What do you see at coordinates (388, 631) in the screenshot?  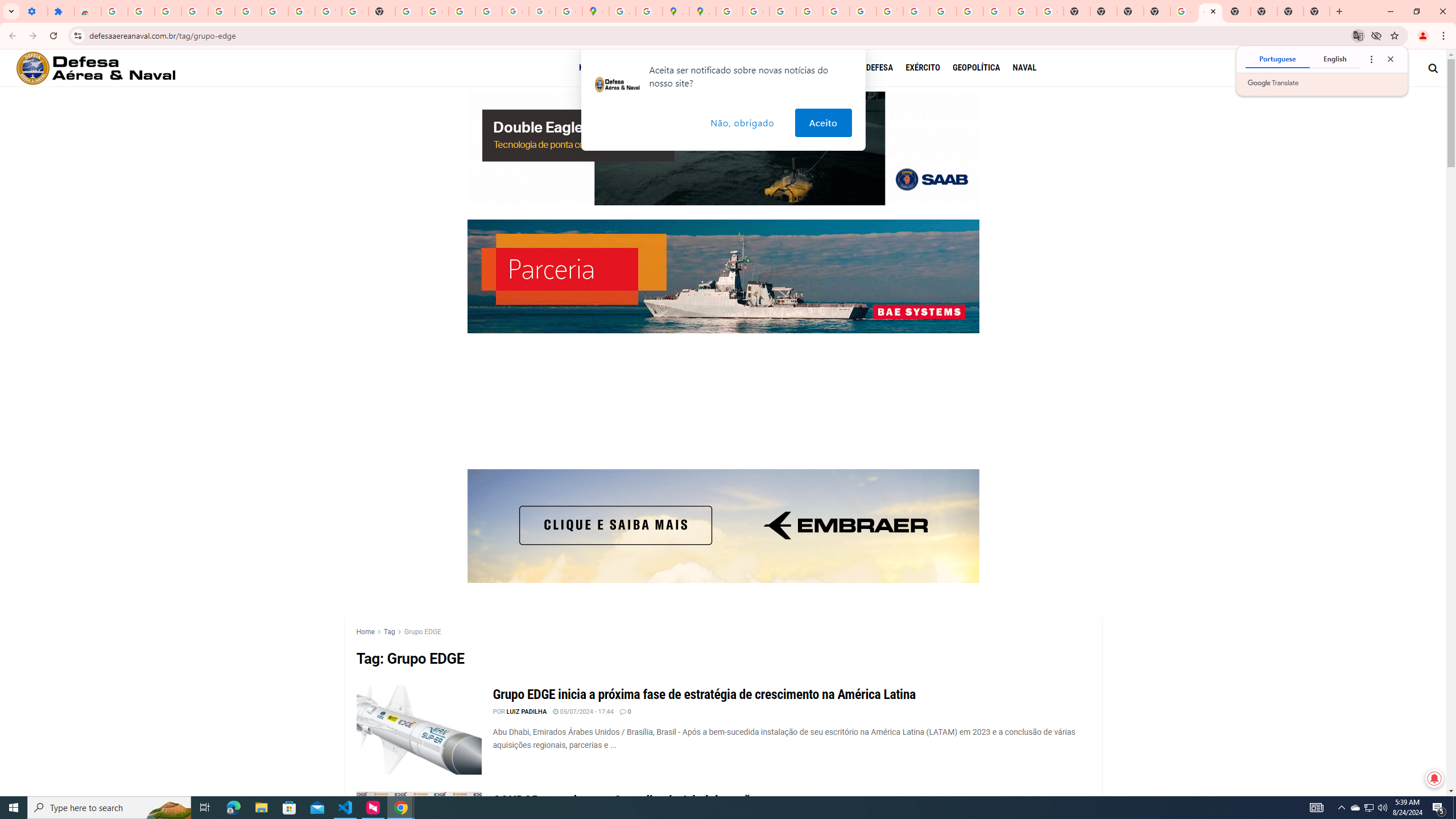 I see `'Tag'` at bounding box center [388, 631].